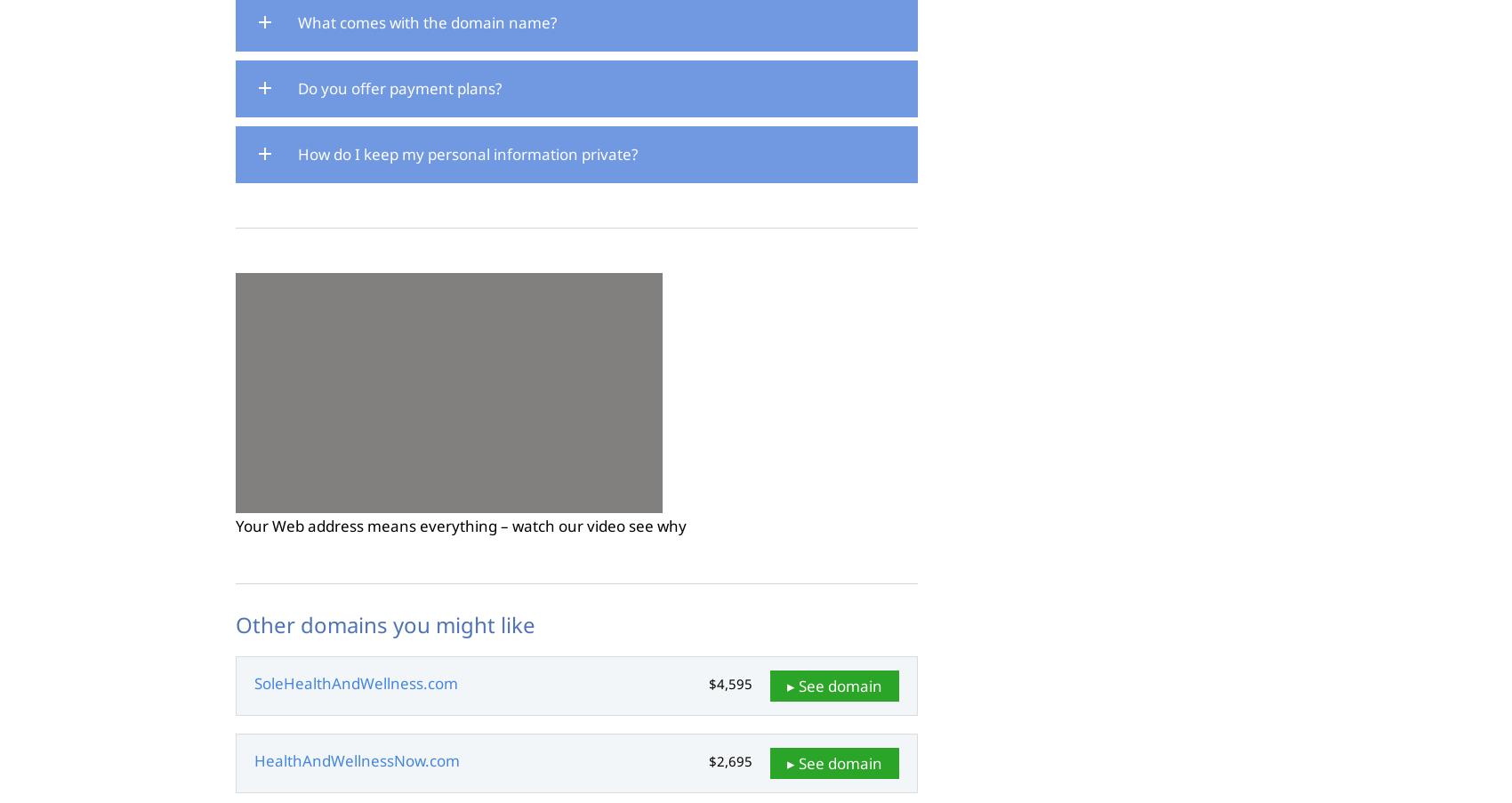 The width and height of the screenshot is (1512, 803). What do you see at coordinates (427, 21) in the screenshot?
I see `'What comes with the domain name?'` at bounding box center [427, 21].